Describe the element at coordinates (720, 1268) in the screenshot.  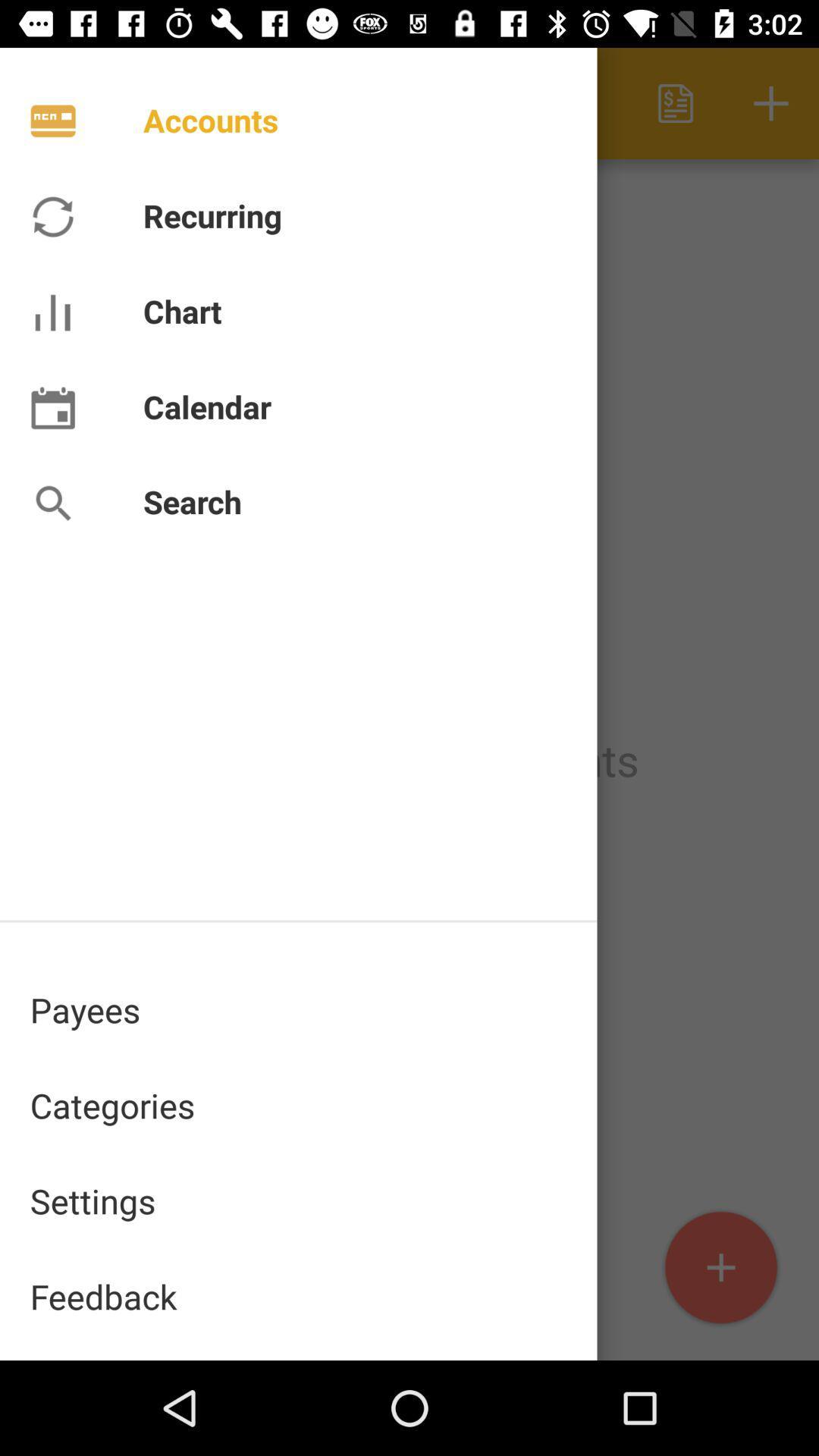
I see `the add icon` at that location.